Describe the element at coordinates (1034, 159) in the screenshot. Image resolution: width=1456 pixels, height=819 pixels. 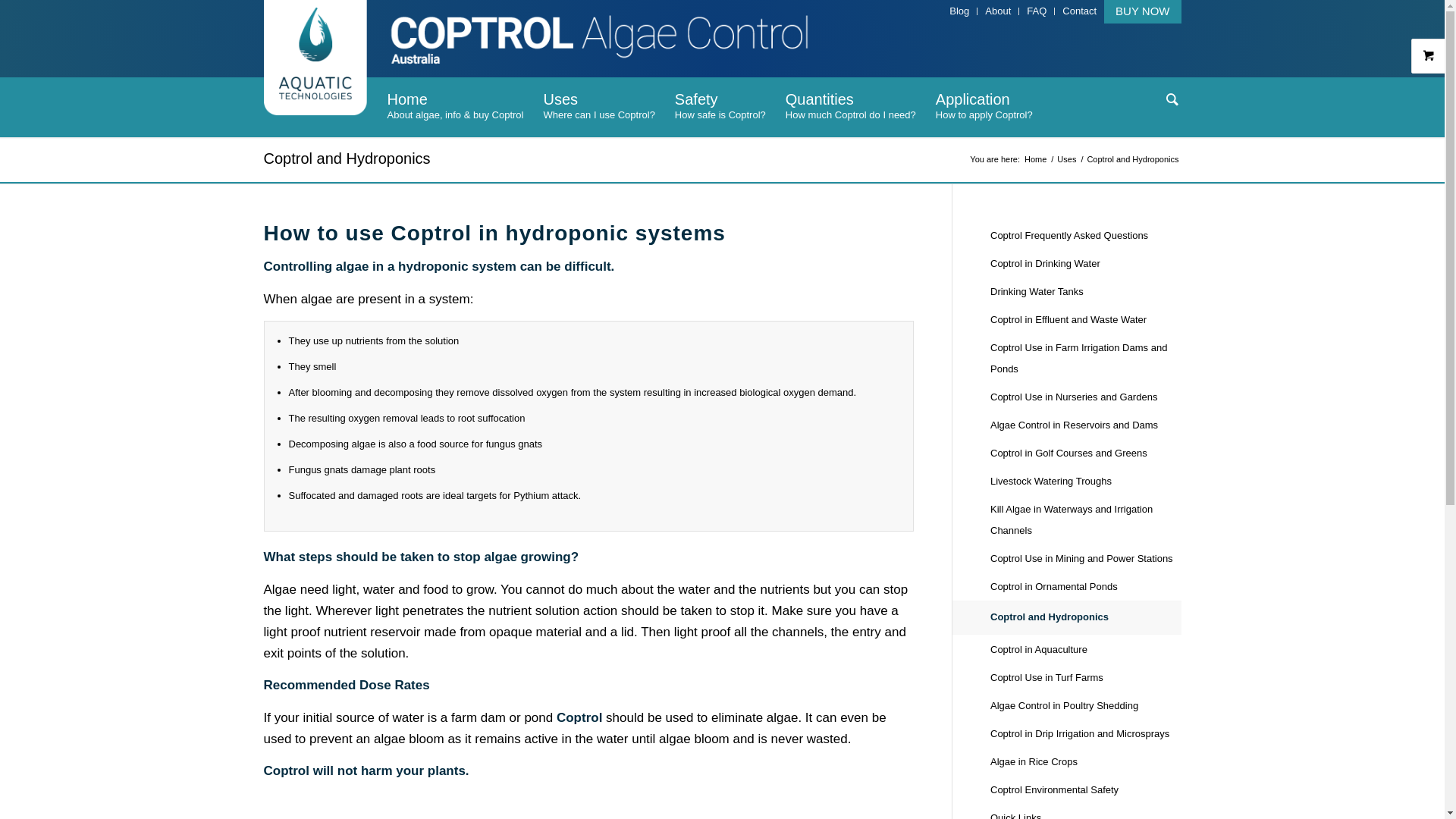
I see `'Home'` at that location.